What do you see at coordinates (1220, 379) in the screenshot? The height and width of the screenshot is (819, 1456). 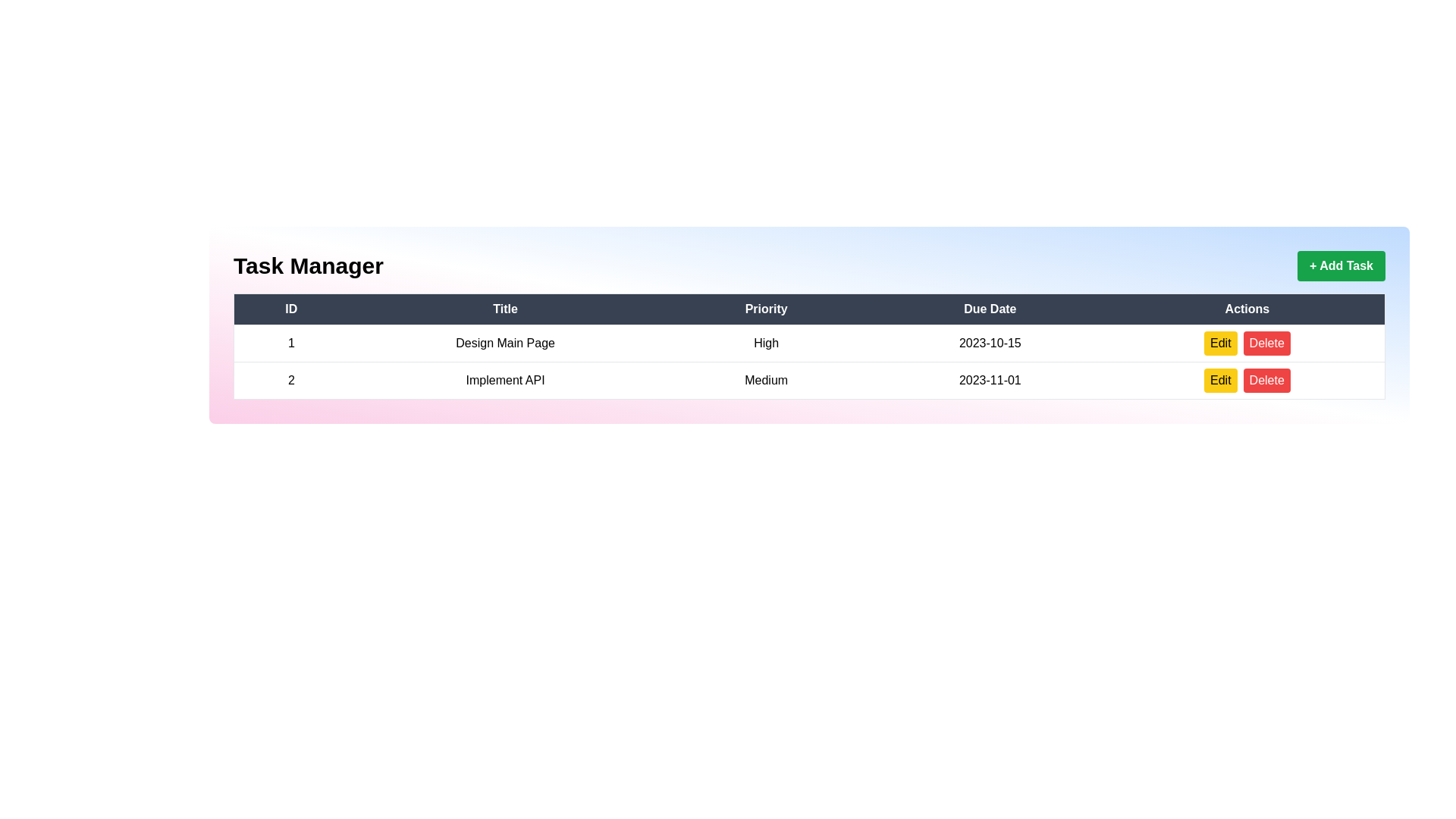 I see `the 'Edit' button, which has a yellow background, black bold text, and rounded corners, located` at bounding box center [1220, 379].